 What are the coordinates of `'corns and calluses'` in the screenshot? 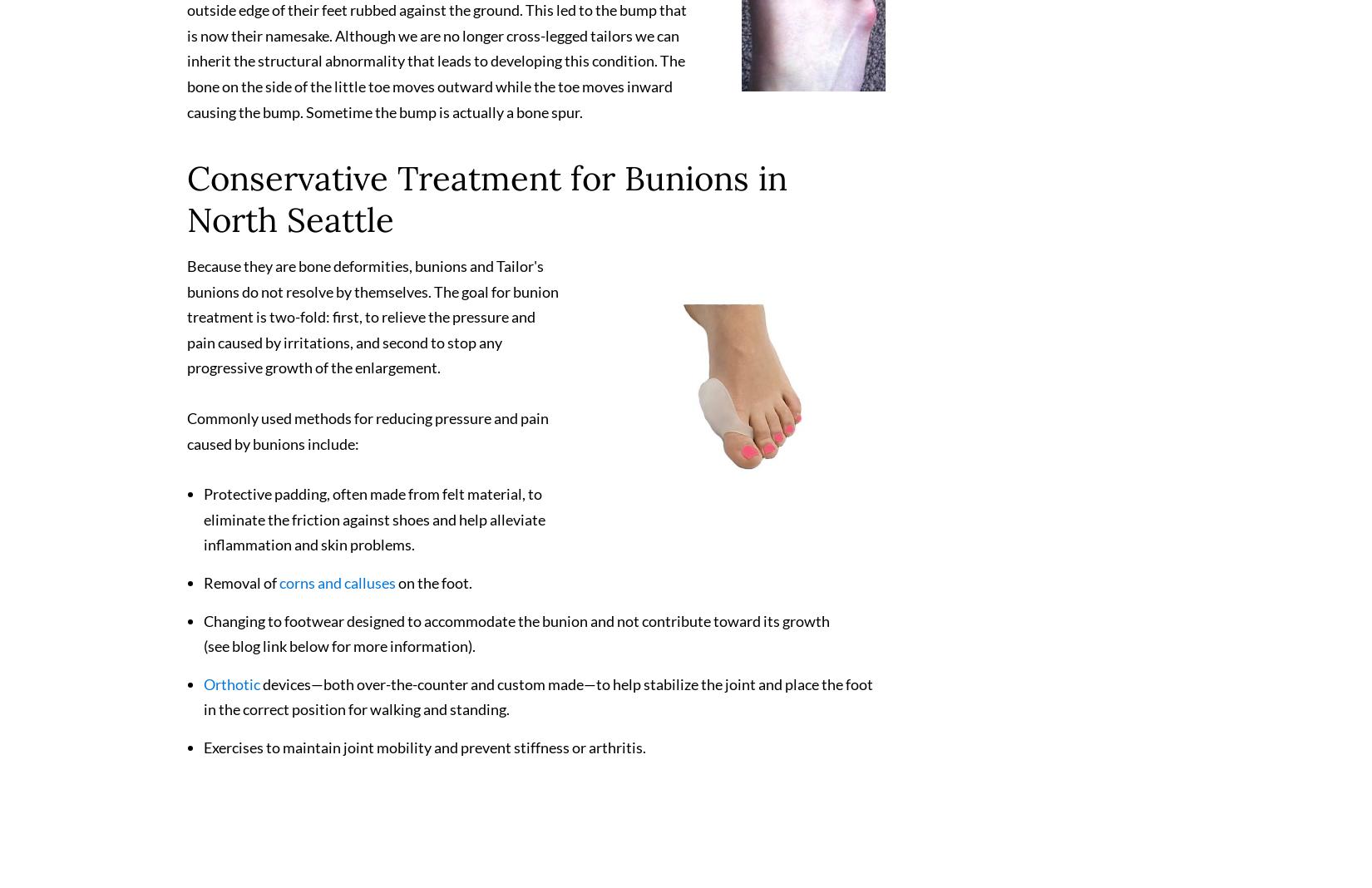 It's located at (279, 590).